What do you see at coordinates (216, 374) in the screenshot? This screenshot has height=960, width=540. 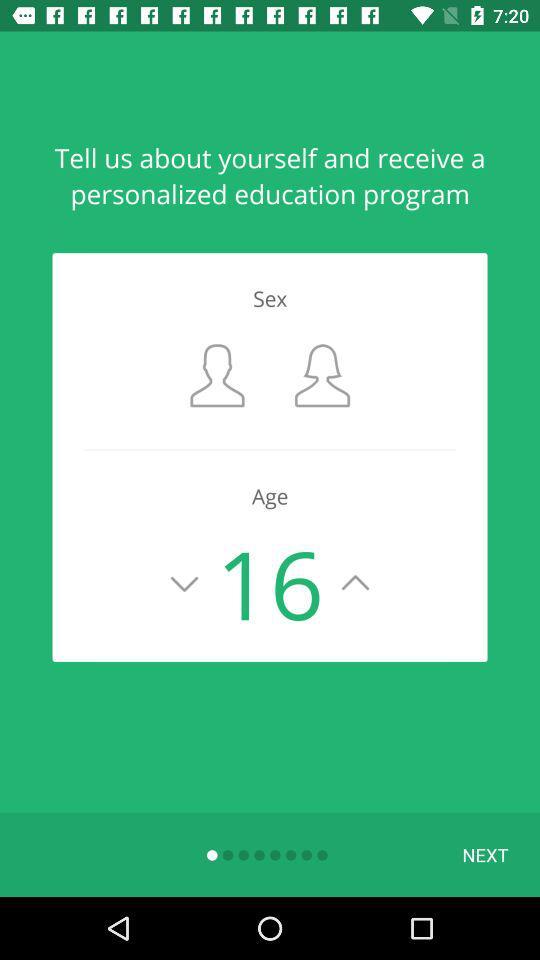 I see `male option button` at bounding box center [216, 374].